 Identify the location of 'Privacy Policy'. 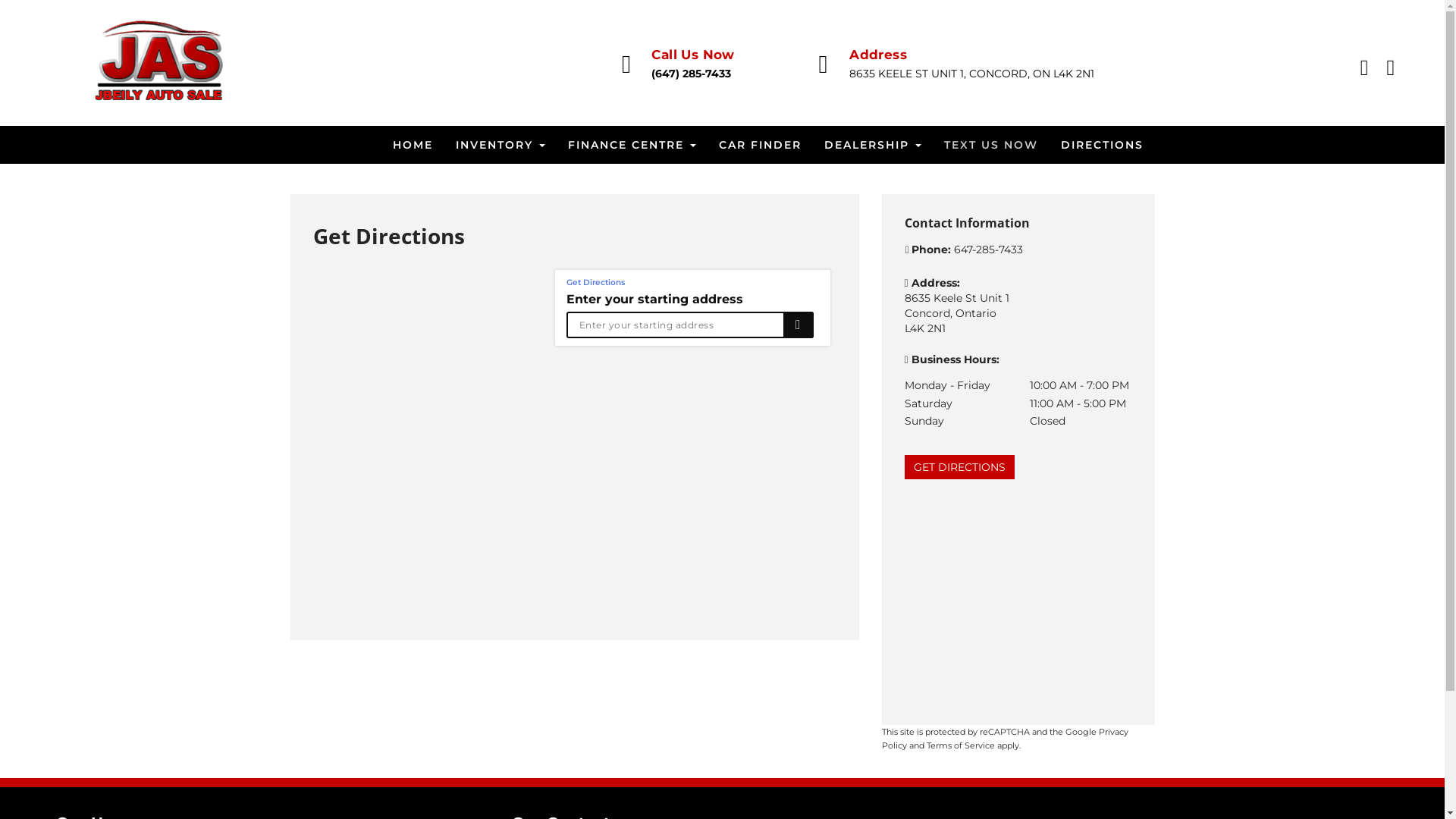
(1004, 738).